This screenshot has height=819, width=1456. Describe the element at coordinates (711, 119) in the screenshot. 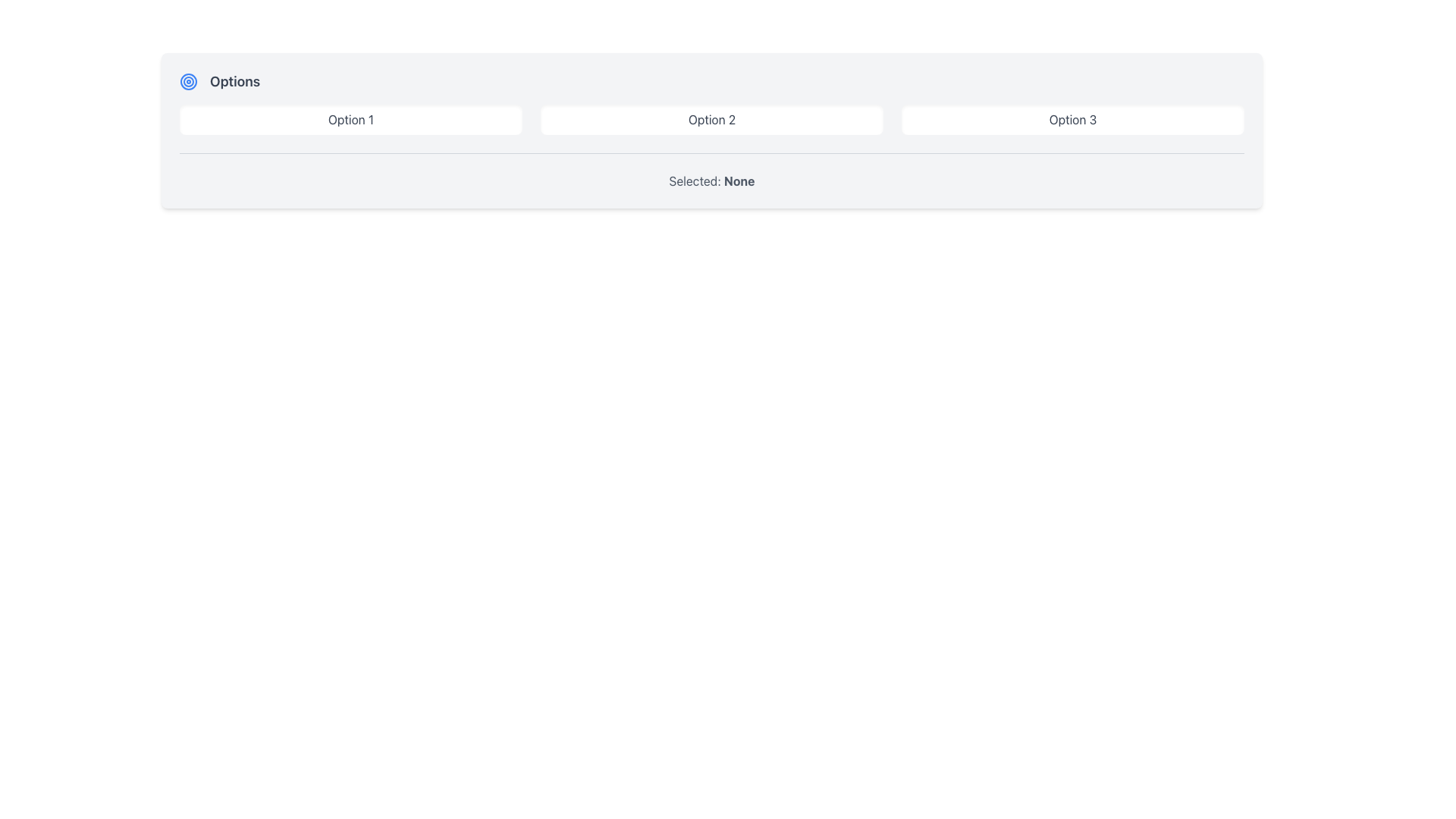

I see `the 'Option 2' button` at that location.